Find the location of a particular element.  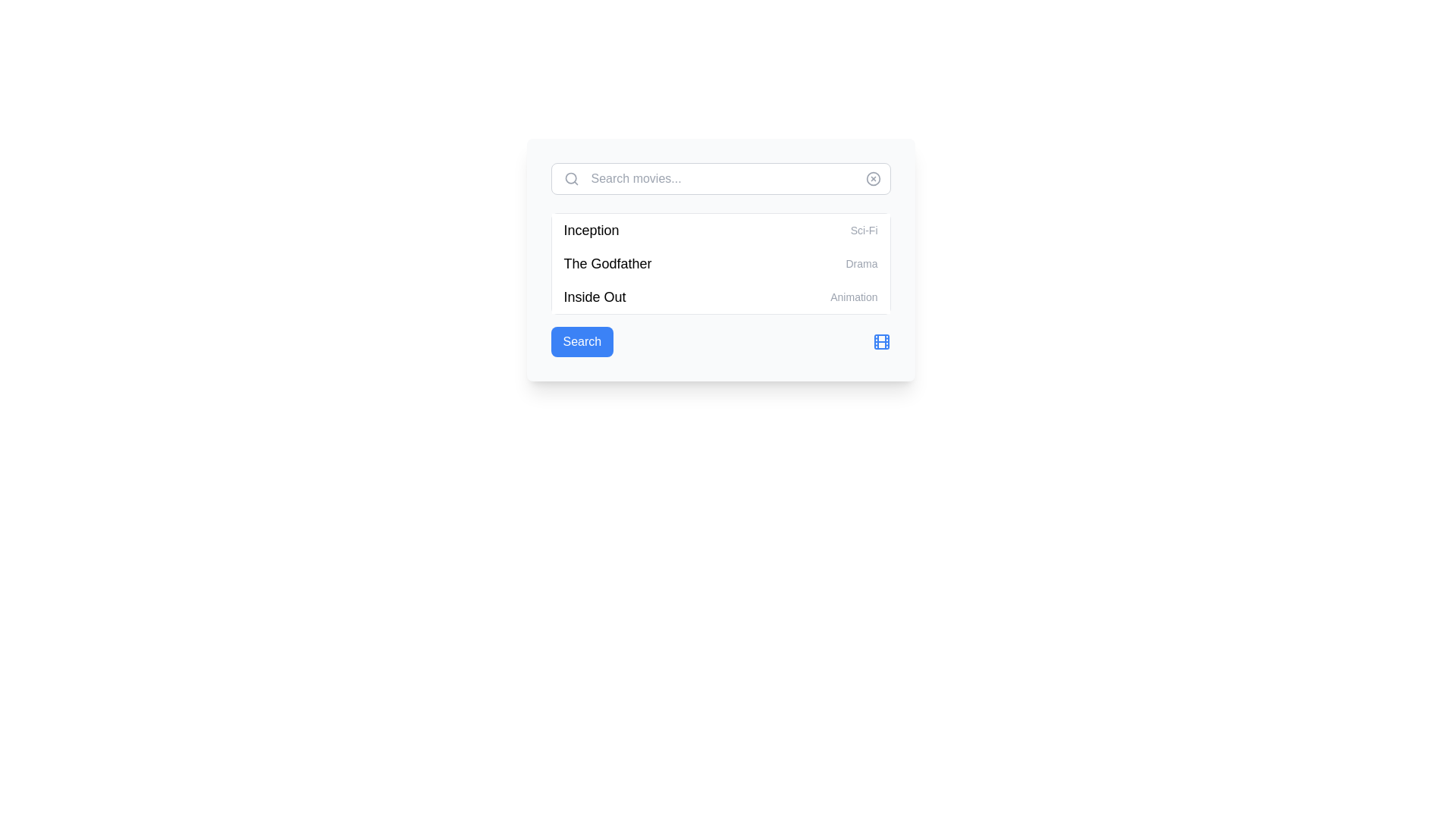

the text label displaying 'The Godfather' in bold styling, which is the second row in a list of movie titles, positioned to the left of the genre 'Drama' is located at coordinates (607, 262).